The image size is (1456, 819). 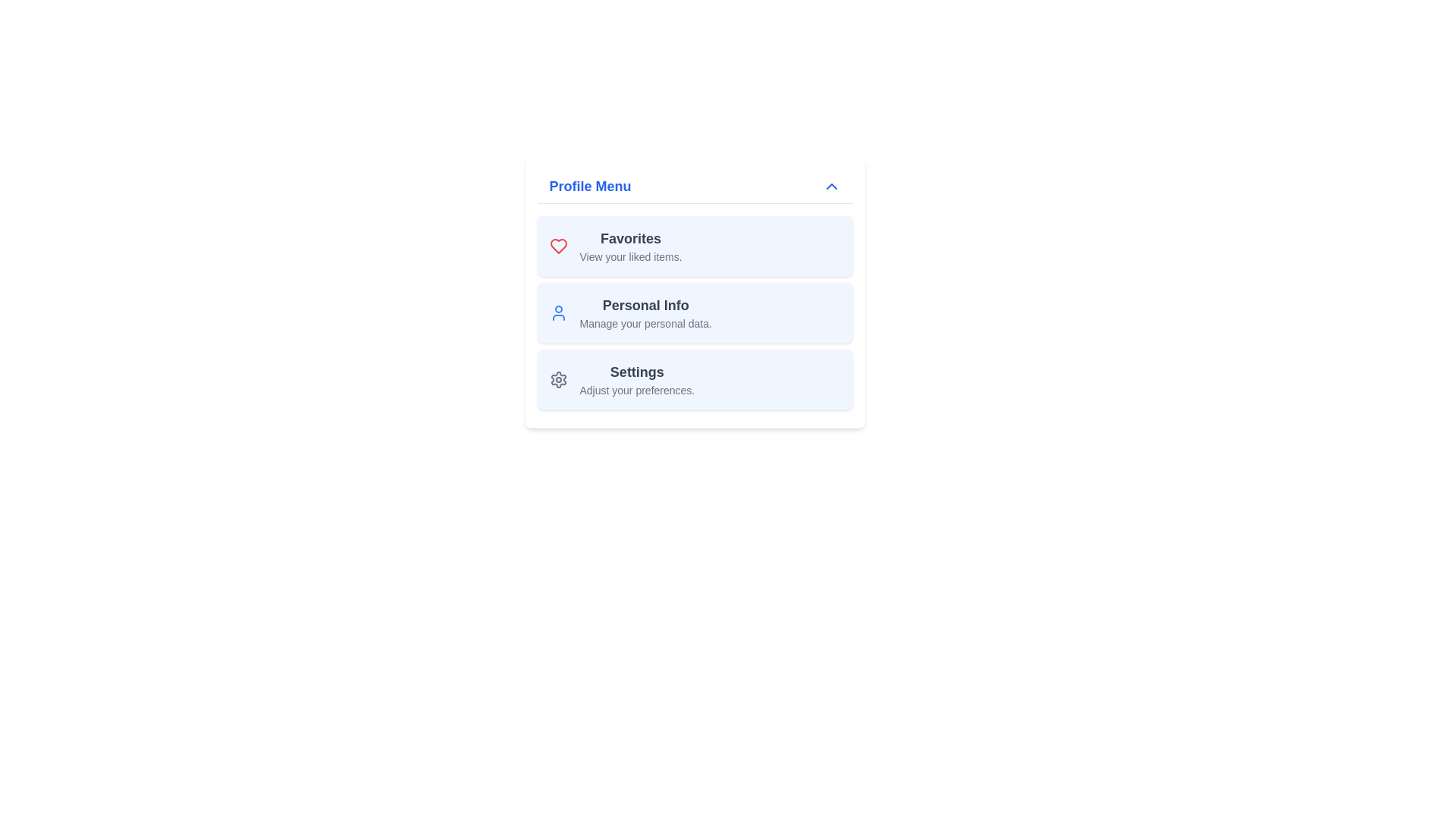 What do you see at coordinates (631, 245) in the screenshot?
I see `the 'Favorites' menu item, which is a labeled element with a bold title and a description, located in the Profile Menu section` at bounding box center [631, 245].